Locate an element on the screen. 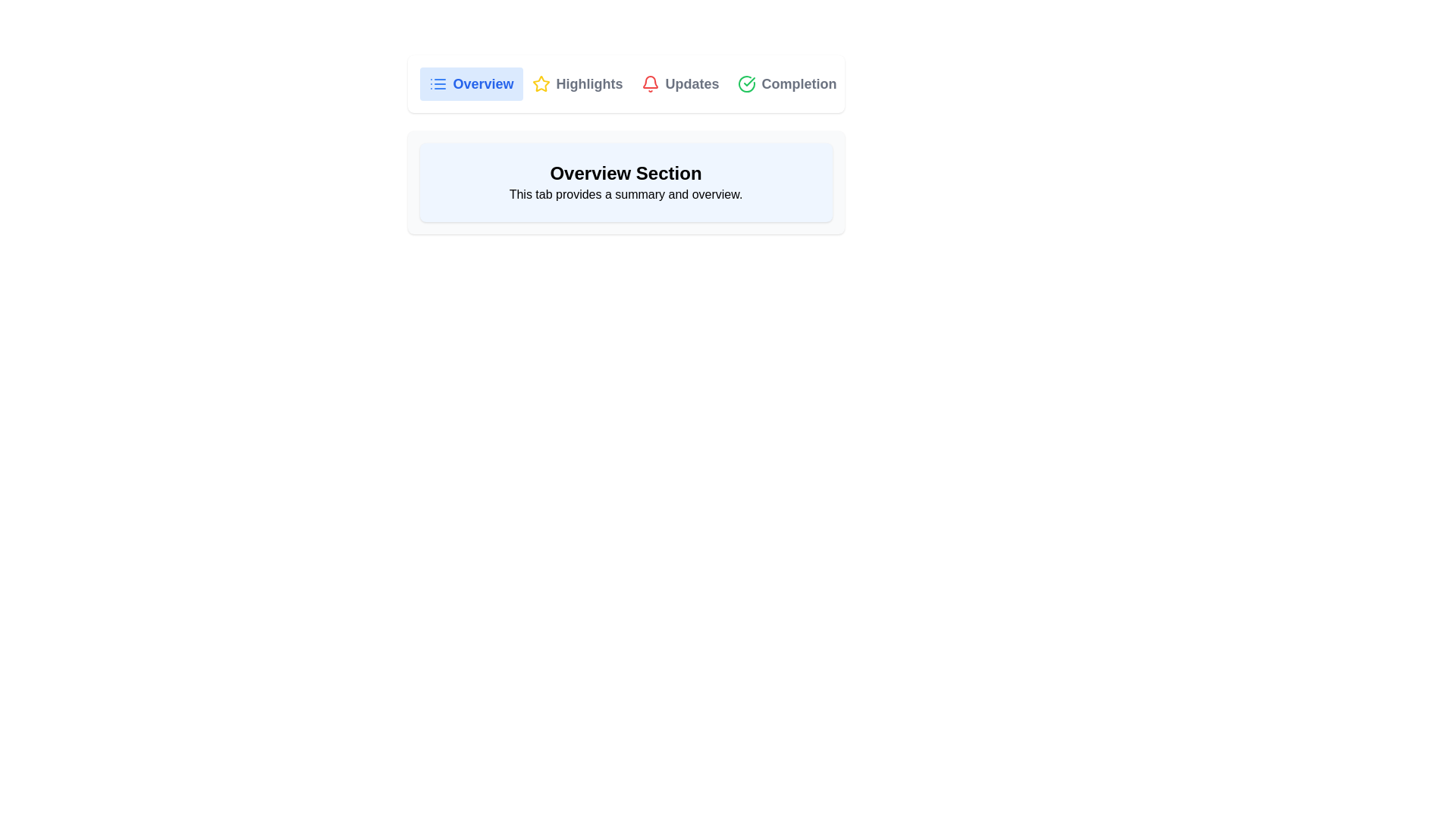 Image resolution: width=1456 pixels, height=819 pixels. the 'Completion' tab button, which is the fourth tab in the navigation bar, featuring a green checkmark icon and labeled 'Completion' is located at coordinates (787, 84).